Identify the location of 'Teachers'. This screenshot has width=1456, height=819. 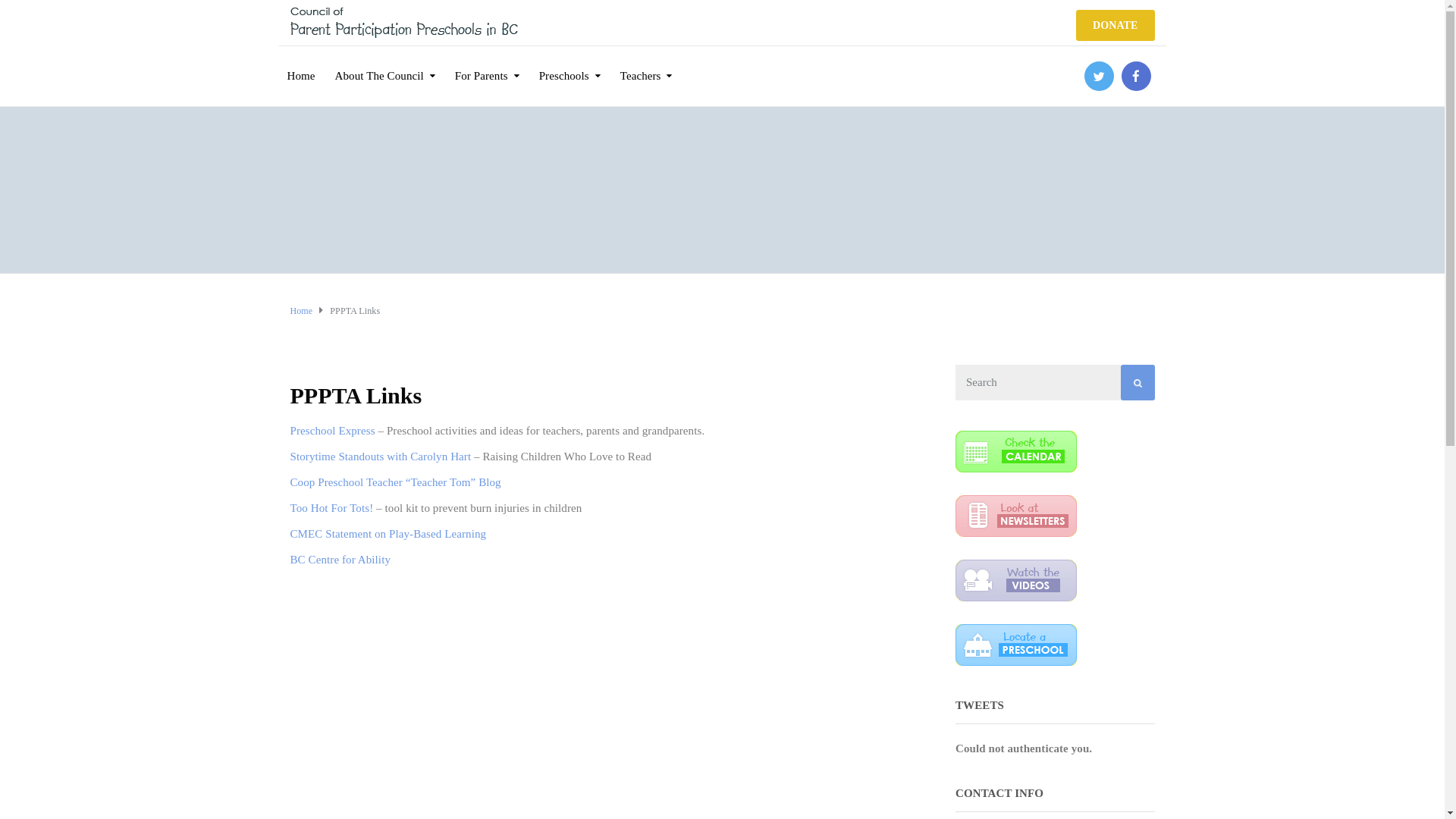
(646, 64).